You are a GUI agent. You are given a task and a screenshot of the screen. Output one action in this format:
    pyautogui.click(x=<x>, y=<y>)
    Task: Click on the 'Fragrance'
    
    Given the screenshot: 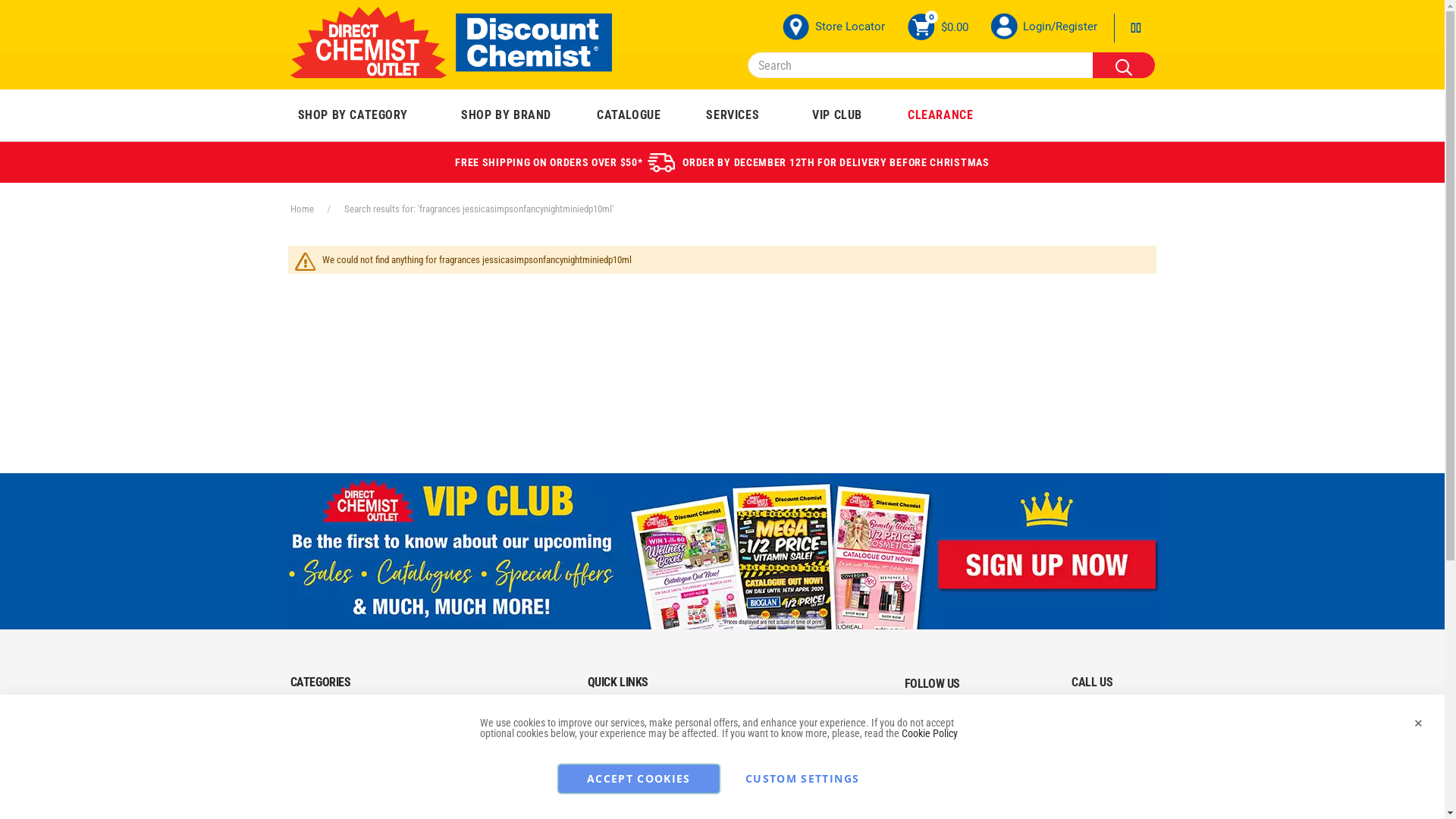 What is the action you would take?
    pyautogui.click(x=312, y=771)
    